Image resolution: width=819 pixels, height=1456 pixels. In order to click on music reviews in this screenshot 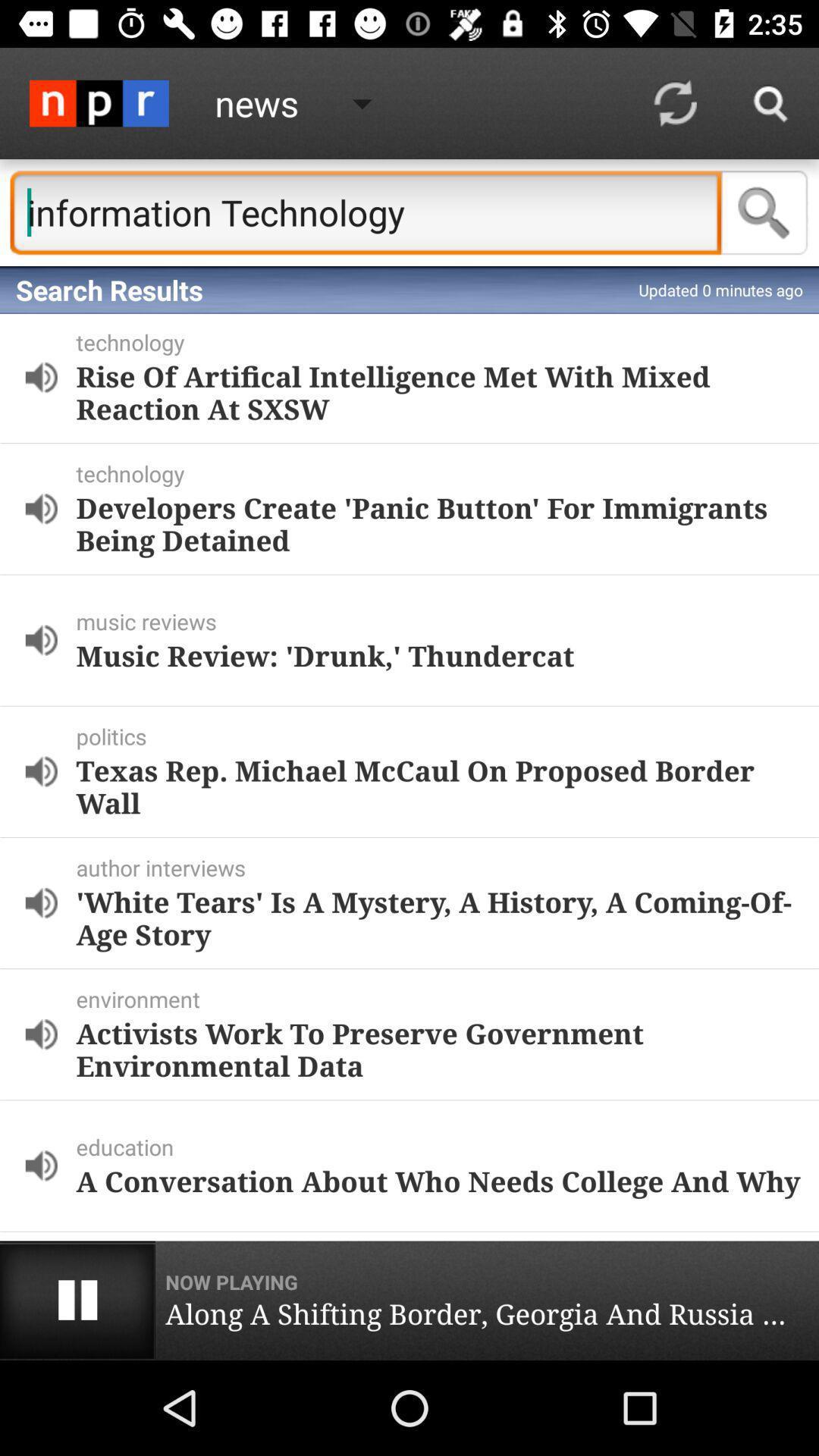, I will do `click(444, 621)`.